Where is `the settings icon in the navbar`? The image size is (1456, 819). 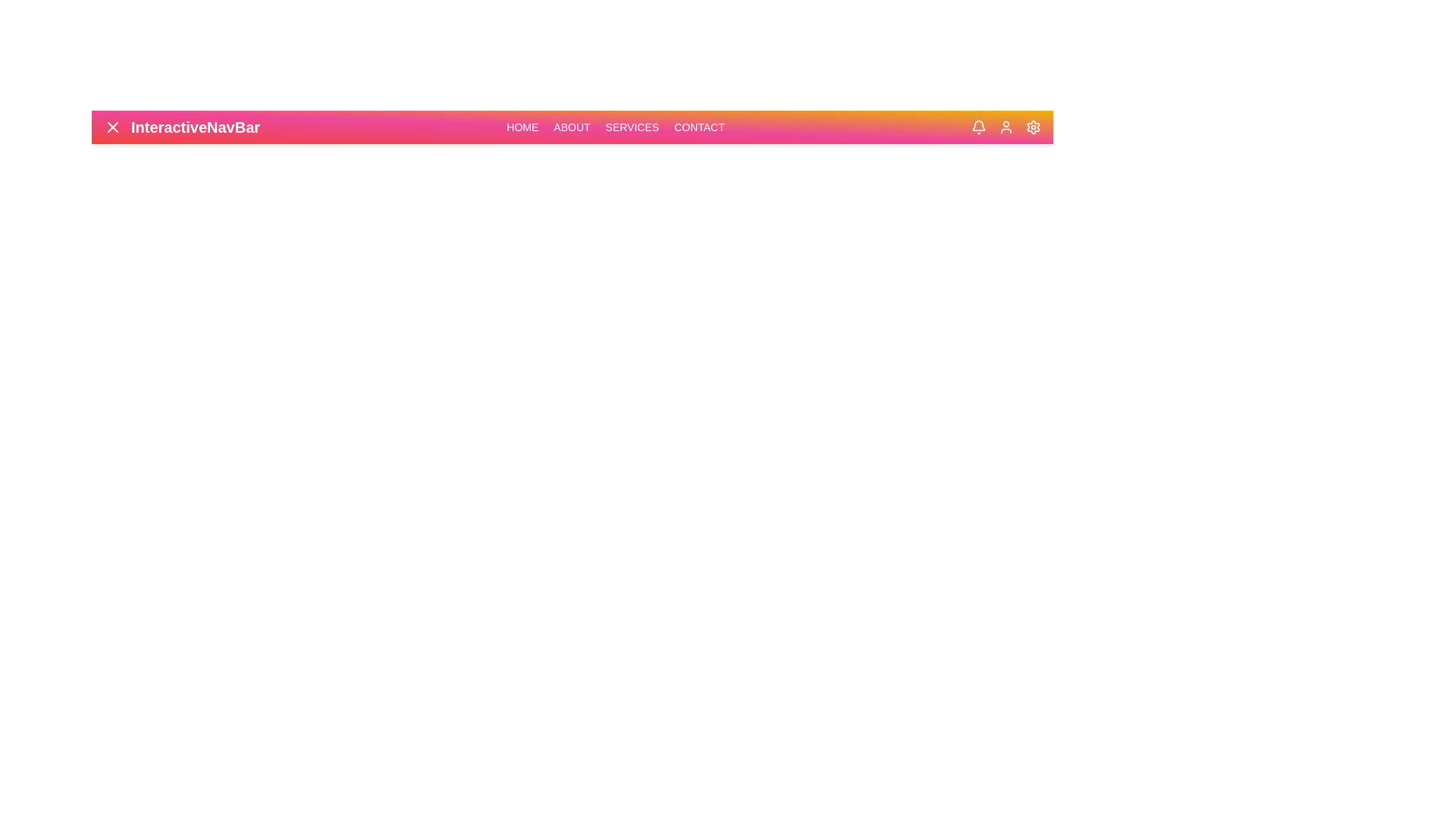
the settings icon in the navbar is located at coordinates (1033, 127).